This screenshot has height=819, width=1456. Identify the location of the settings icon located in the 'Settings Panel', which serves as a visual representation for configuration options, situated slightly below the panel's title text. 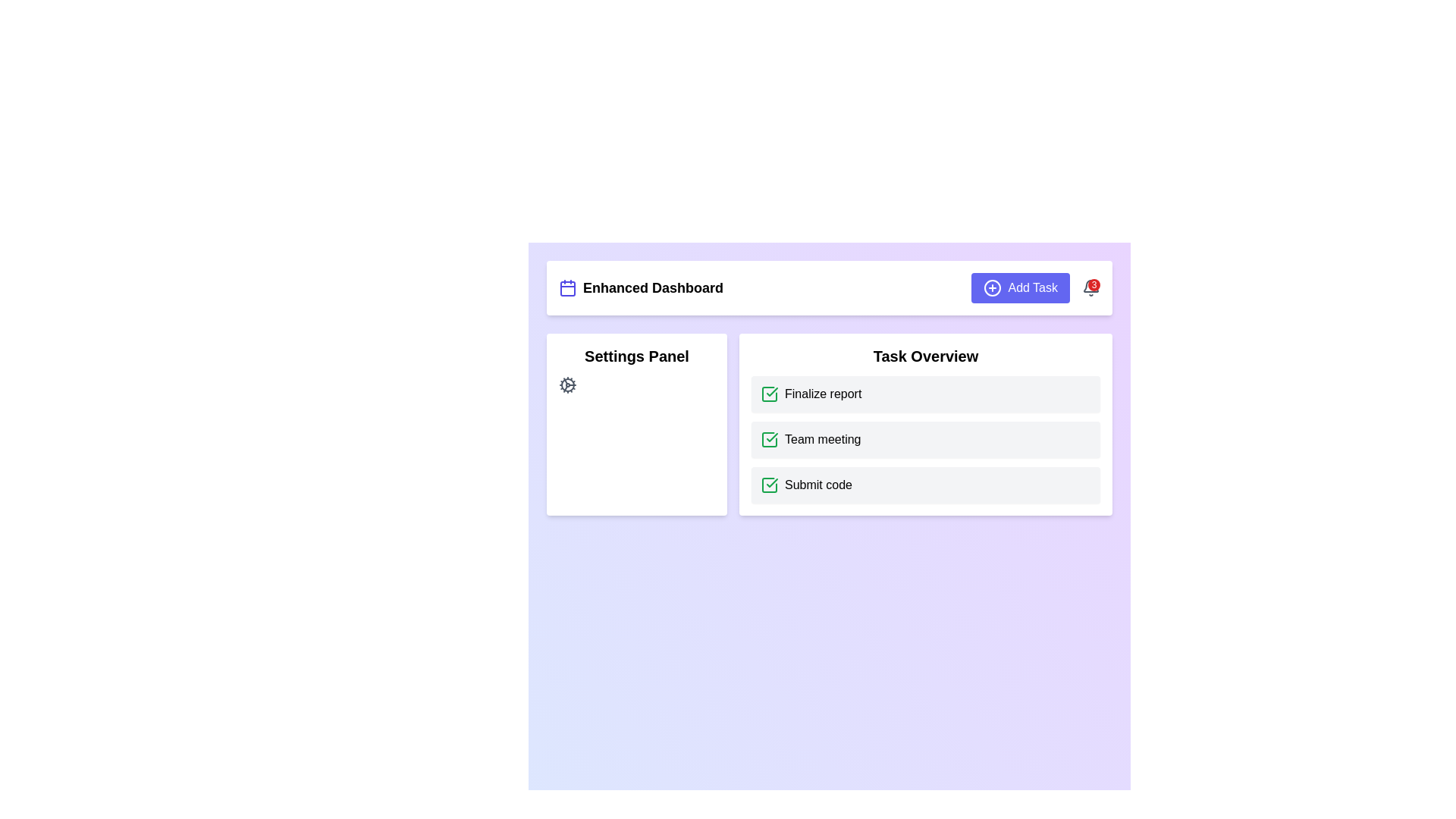
(566, 384).